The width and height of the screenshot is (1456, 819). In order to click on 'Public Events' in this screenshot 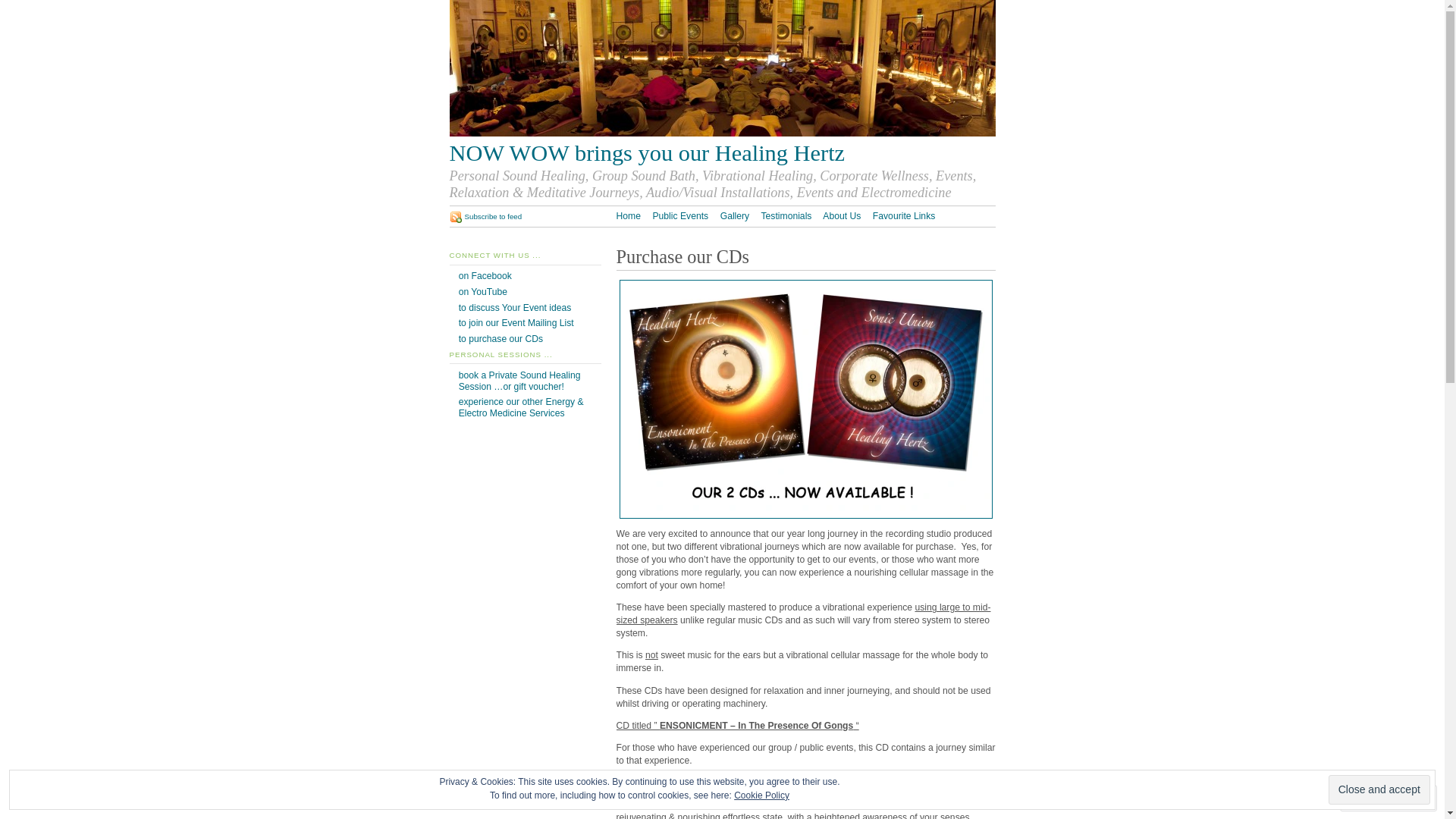, I will do `click(679, 216)`.